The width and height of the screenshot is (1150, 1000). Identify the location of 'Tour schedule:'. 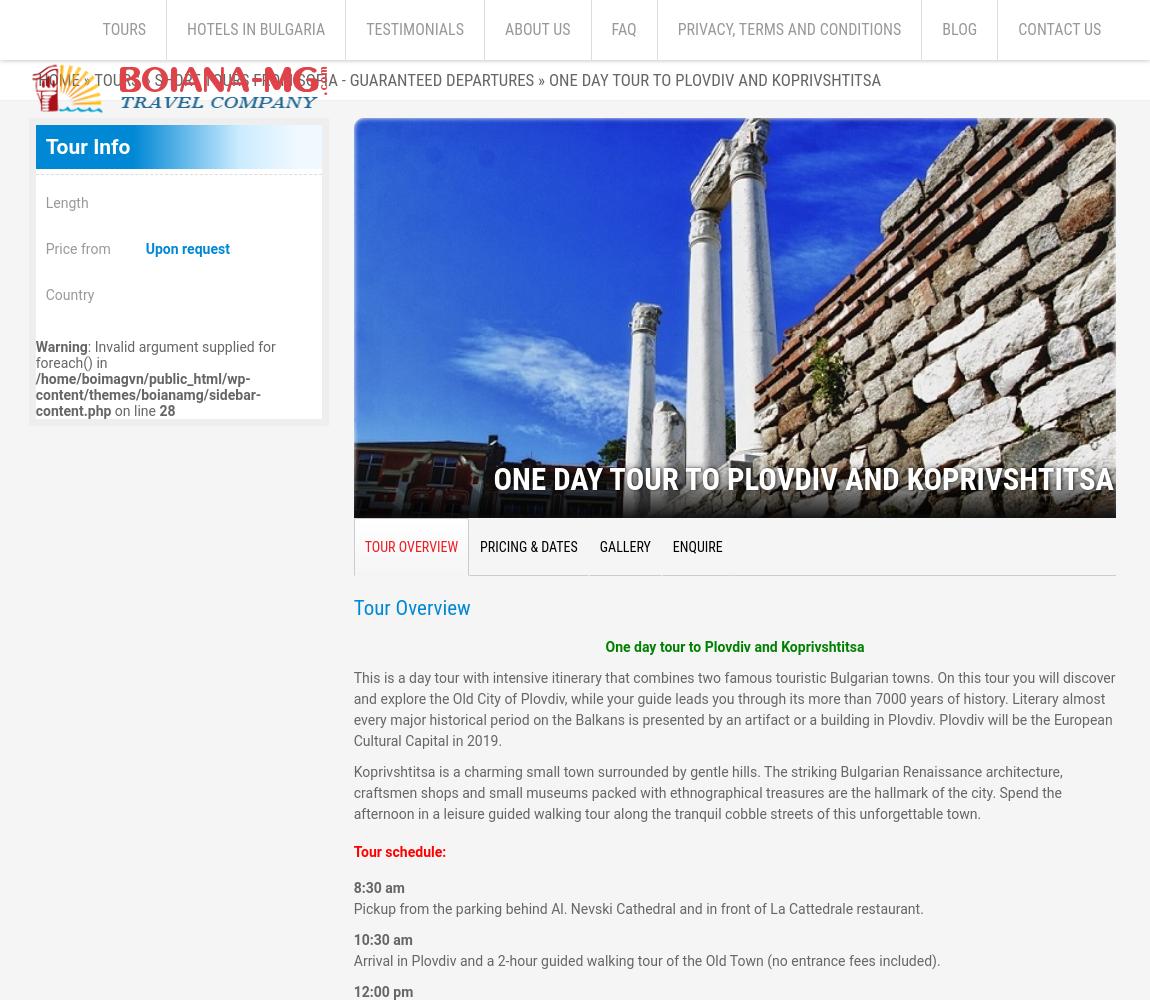
(399, 850).